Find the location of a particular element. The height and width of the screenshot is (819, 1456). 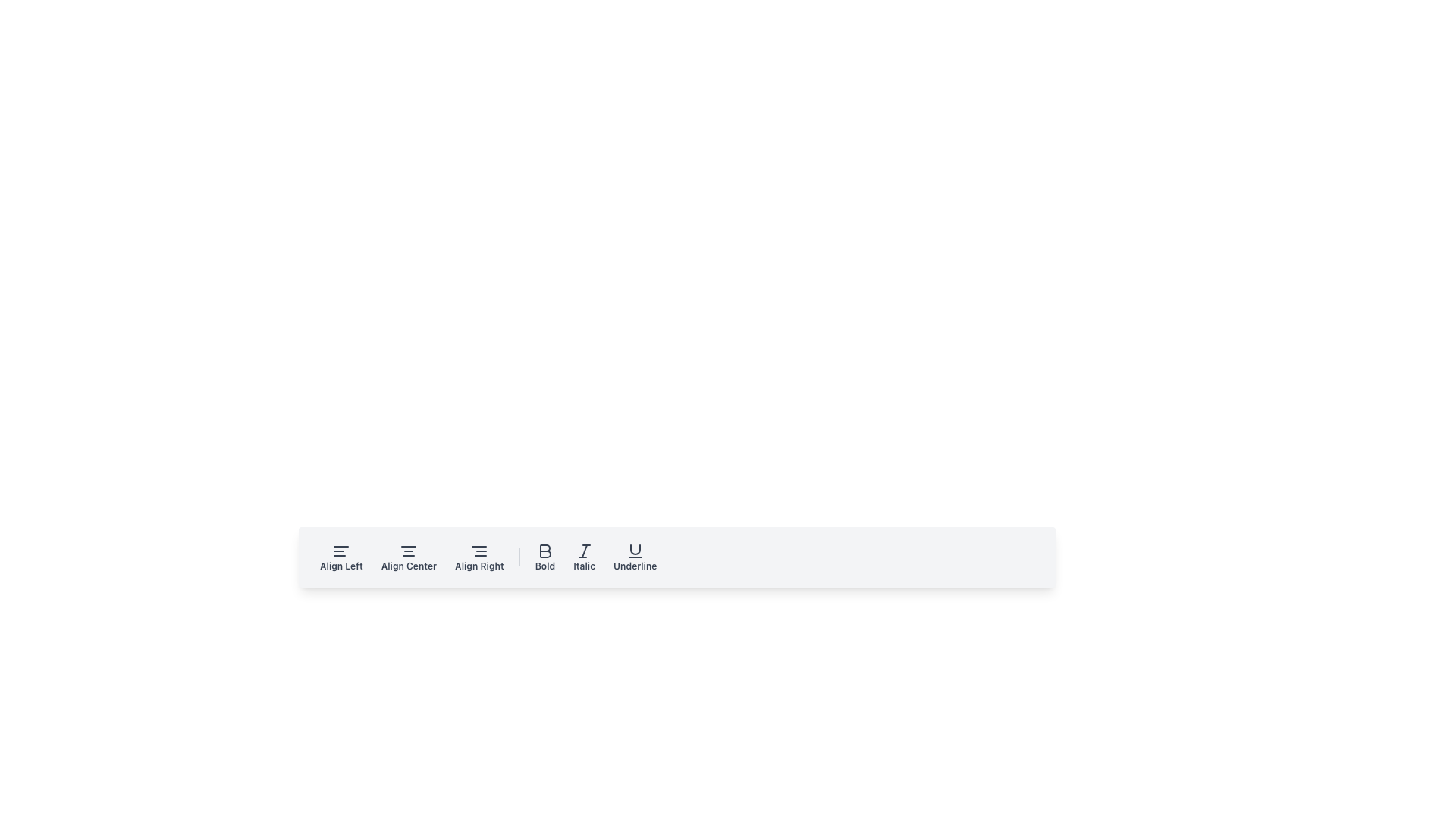

the diagonal line within the 'Italic' button, which is the fifth button from the left in the toolbar is located at coordinates (583, 551).